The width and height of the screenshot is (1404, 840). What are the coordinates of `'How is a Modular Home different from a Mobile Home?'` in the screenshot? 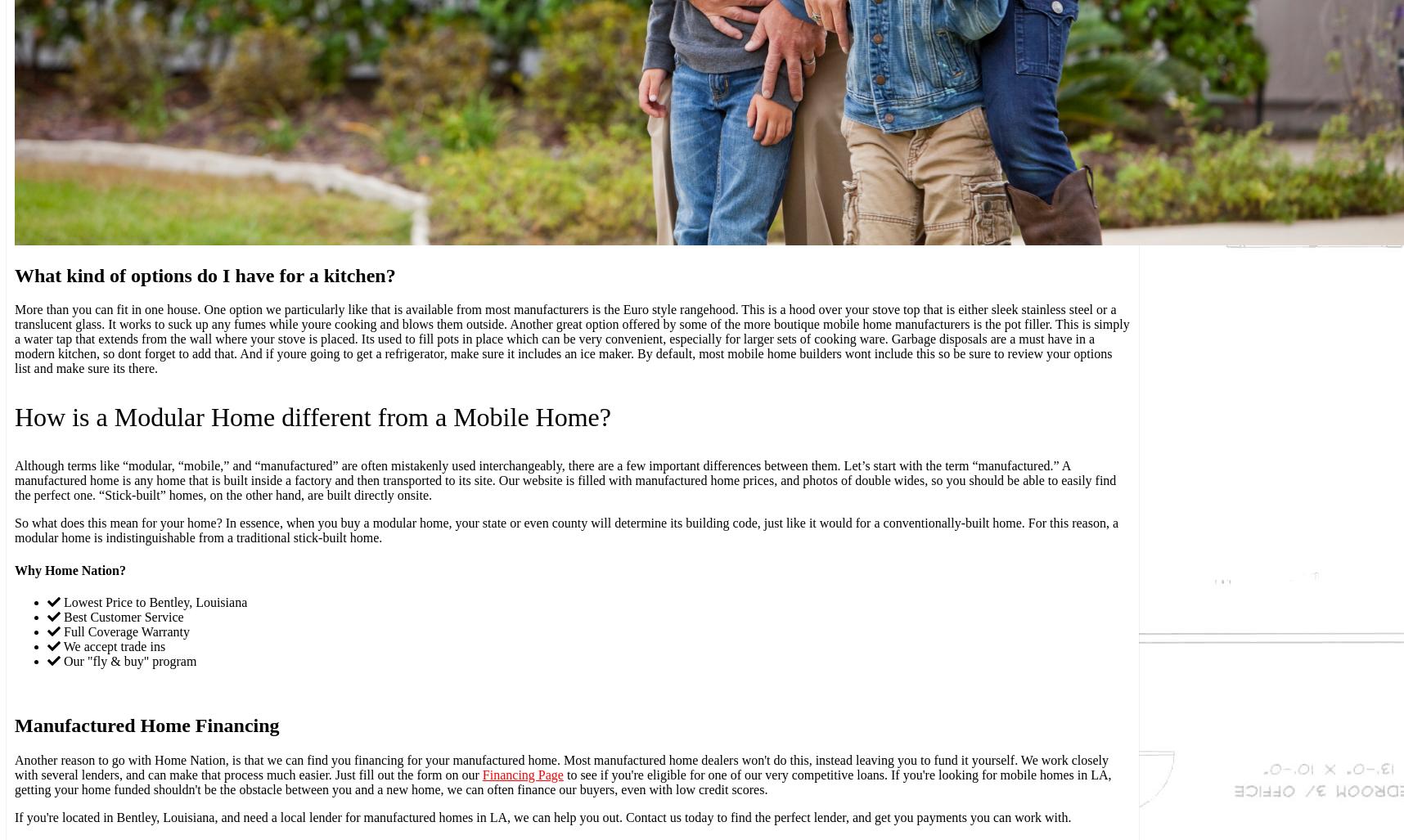 It's located at (313, 417).